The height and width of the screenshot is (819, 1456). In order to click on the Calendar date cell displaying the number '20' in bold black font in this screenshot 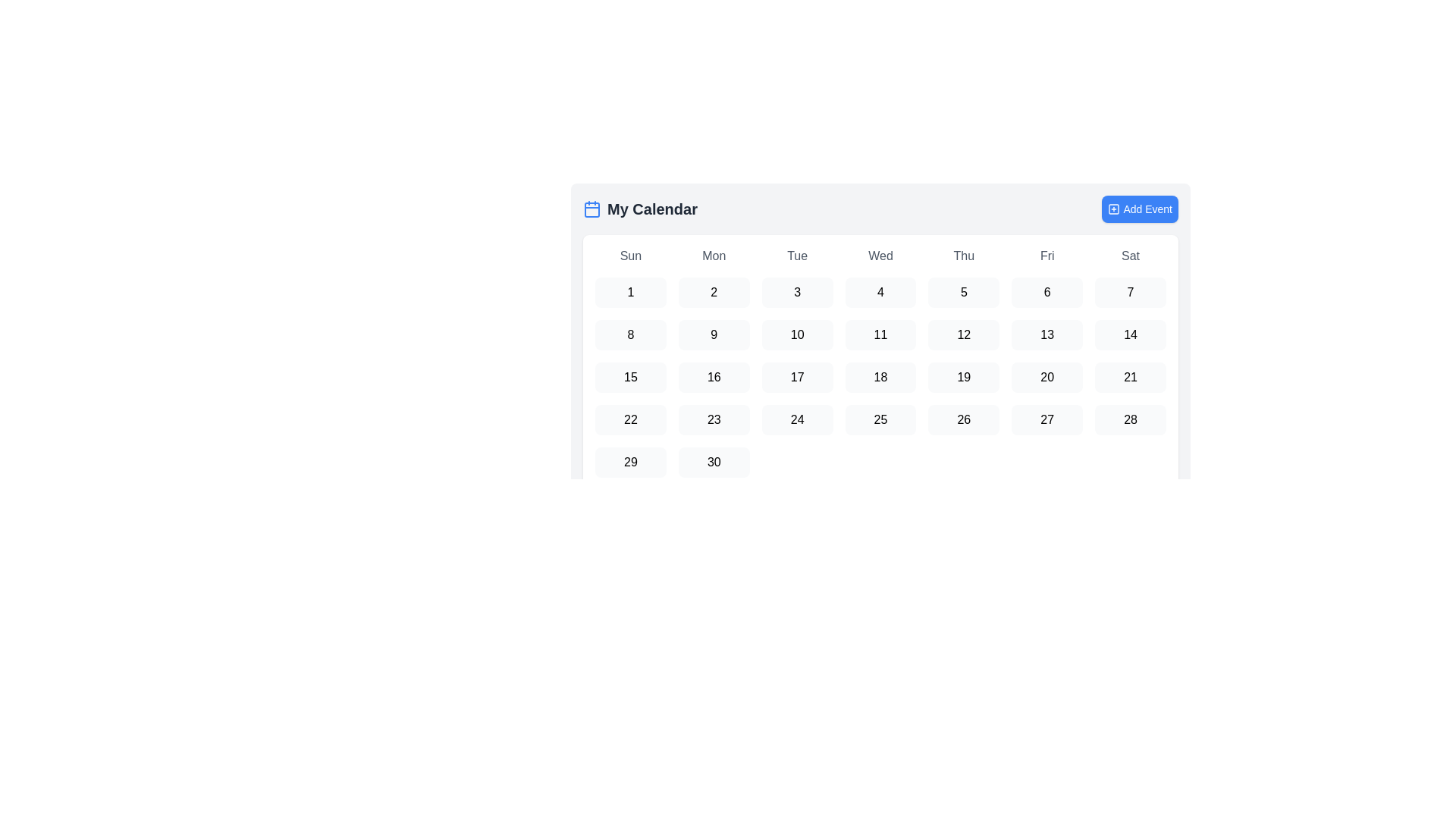, I will do `click(1046, 376)`.